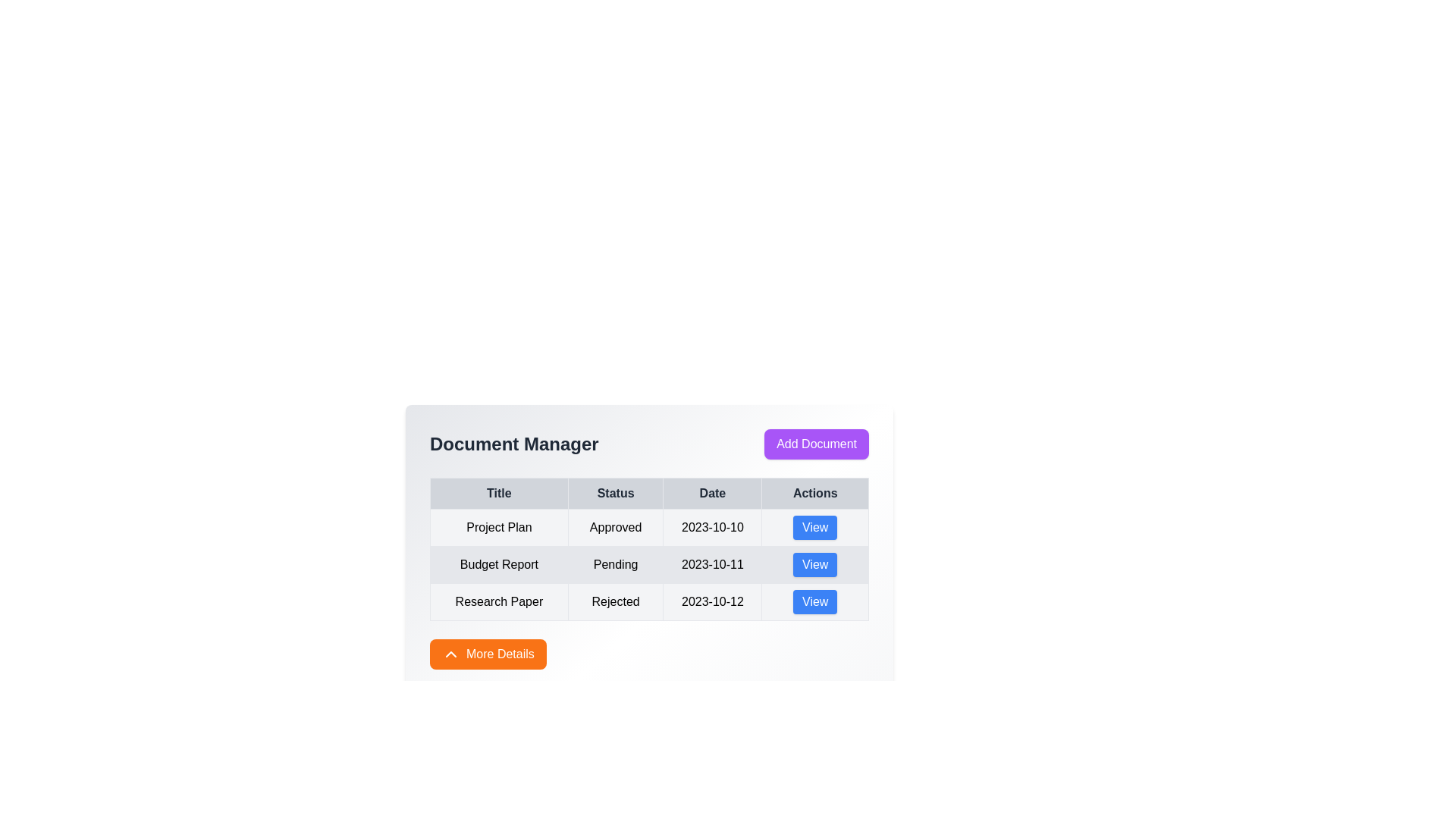 This screenshot has height=819, width=1456. Describe the element at coordinates (814, 564) in the screenshot. I see `the 'View' button with white text on a blue background, located in the 'Actions' column of the second row for 'Budget Report' (2023-10-11) to observe hover effects` at that location.